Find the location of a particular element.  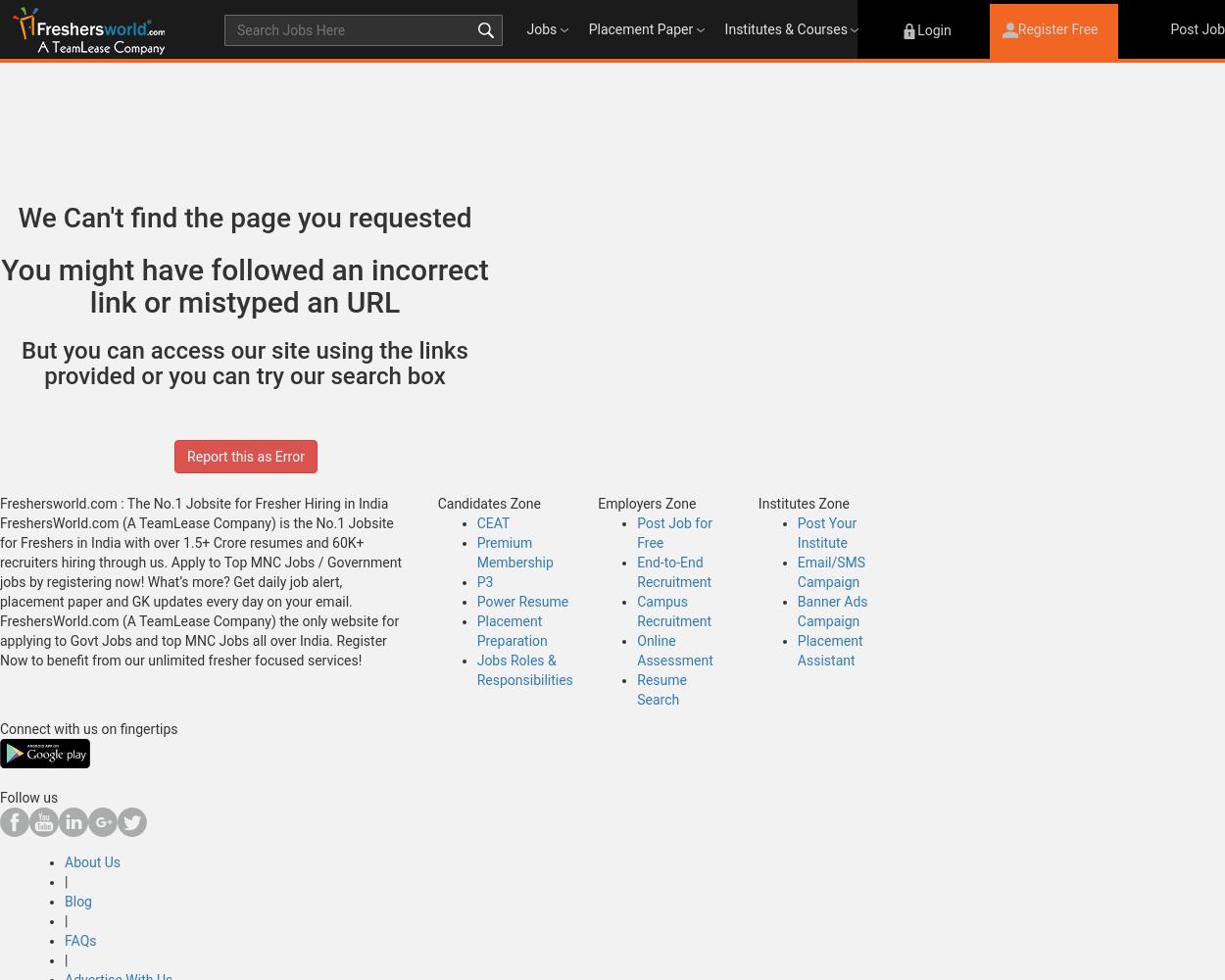

'The No.1 Jobsite for Fresher Hiring in India' is located at coordinates (257, 504).